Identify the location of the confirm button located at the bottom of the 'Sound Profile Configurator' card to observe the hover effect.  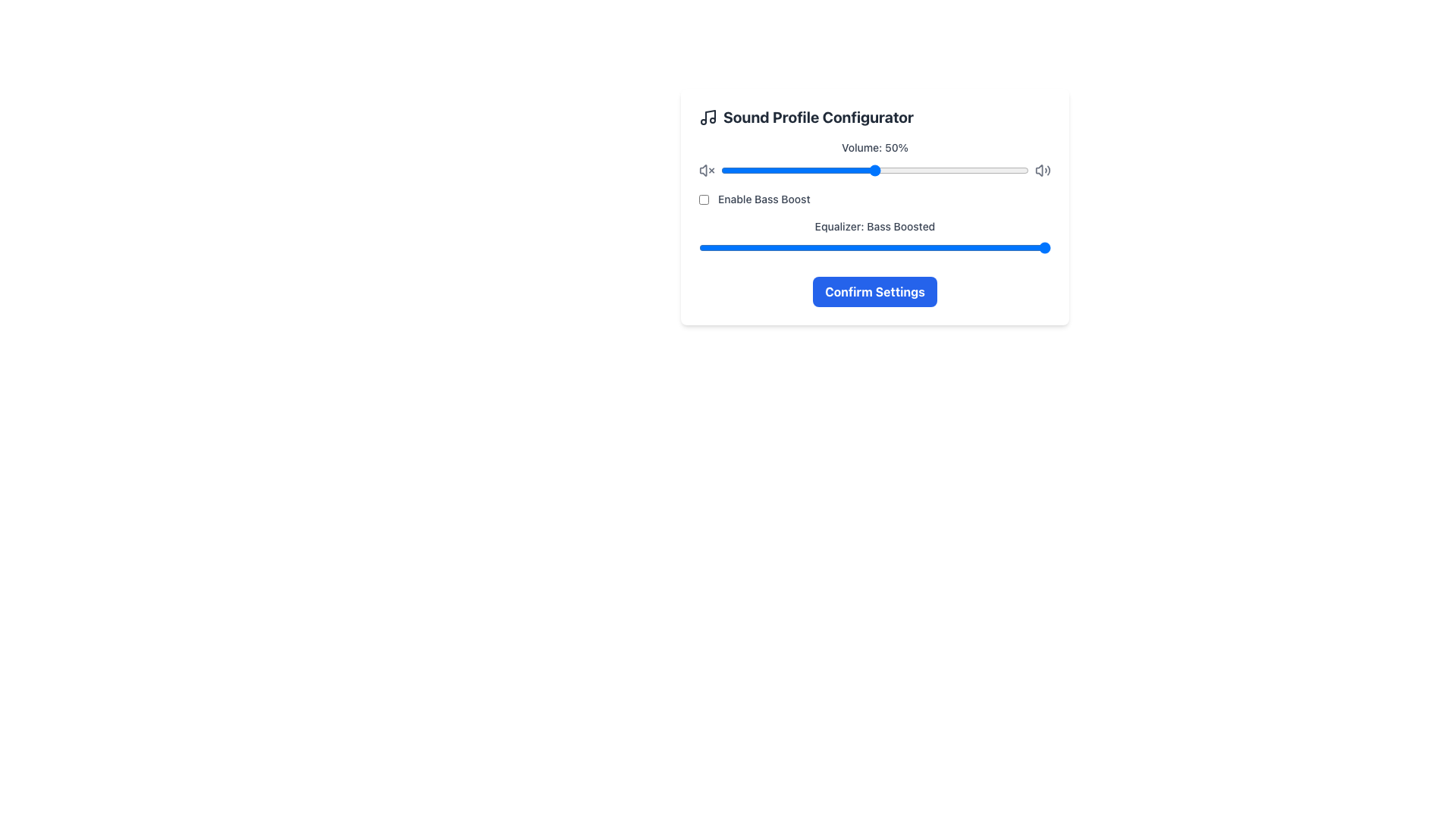
(874, 292).